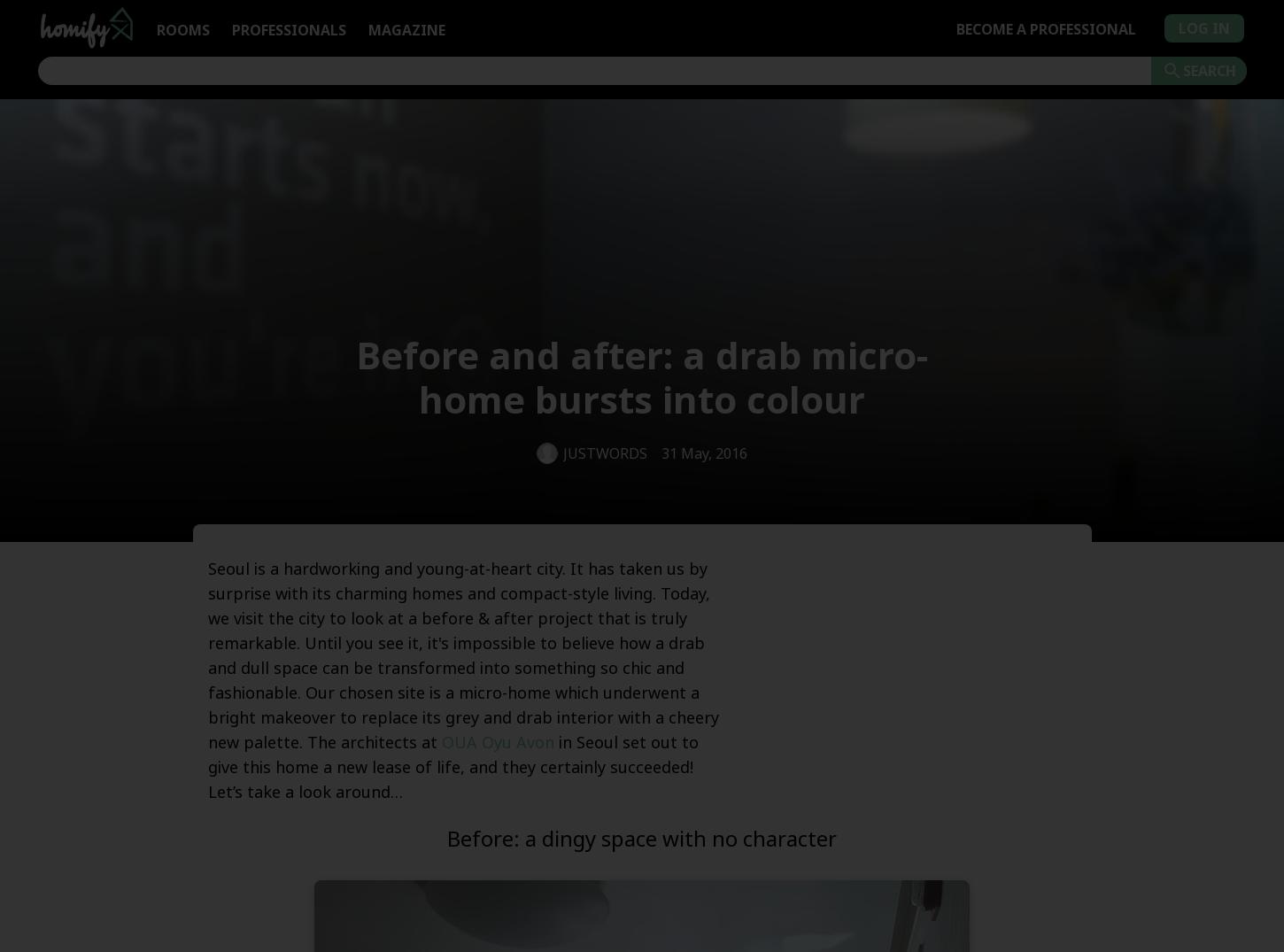 The height and width of the screenshot is (952, 1284). What do you see at coordinates (288, 28) in the screenshot?
I see `'Professionals'` at bounding box center [288, 28].